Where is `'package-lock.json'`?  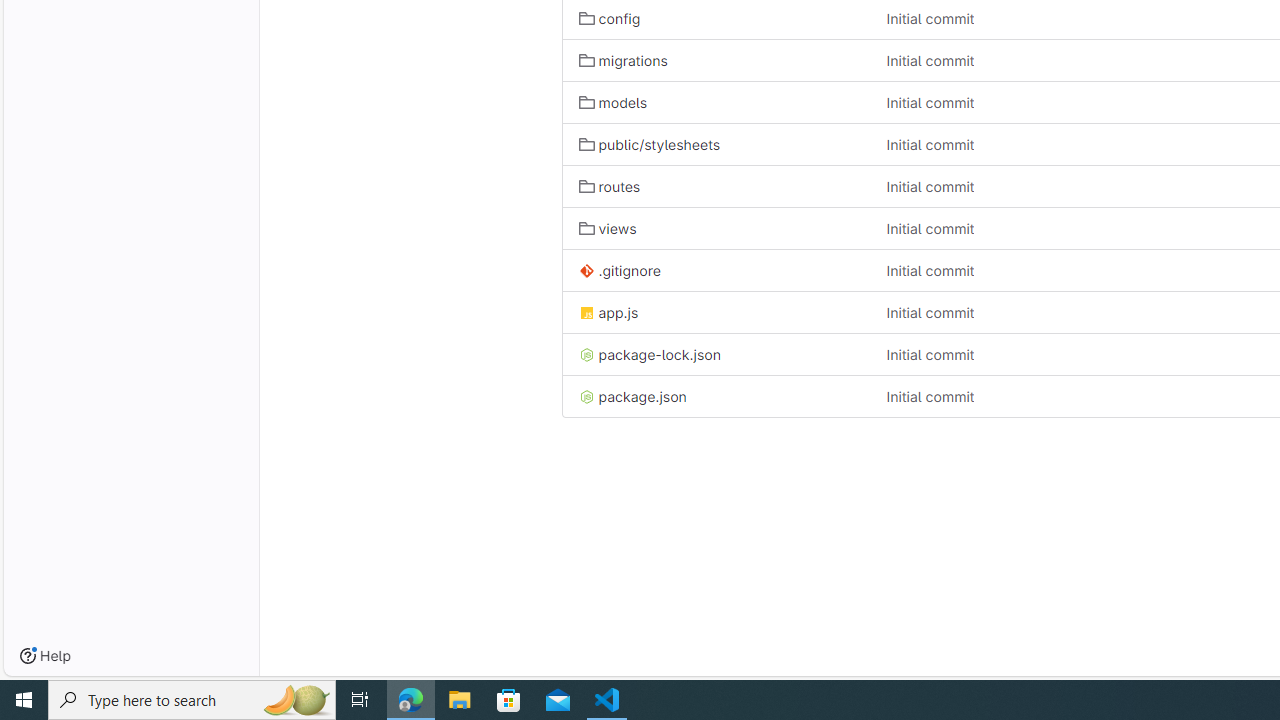 'package-lock.json' is located at coordinates (716, 353).